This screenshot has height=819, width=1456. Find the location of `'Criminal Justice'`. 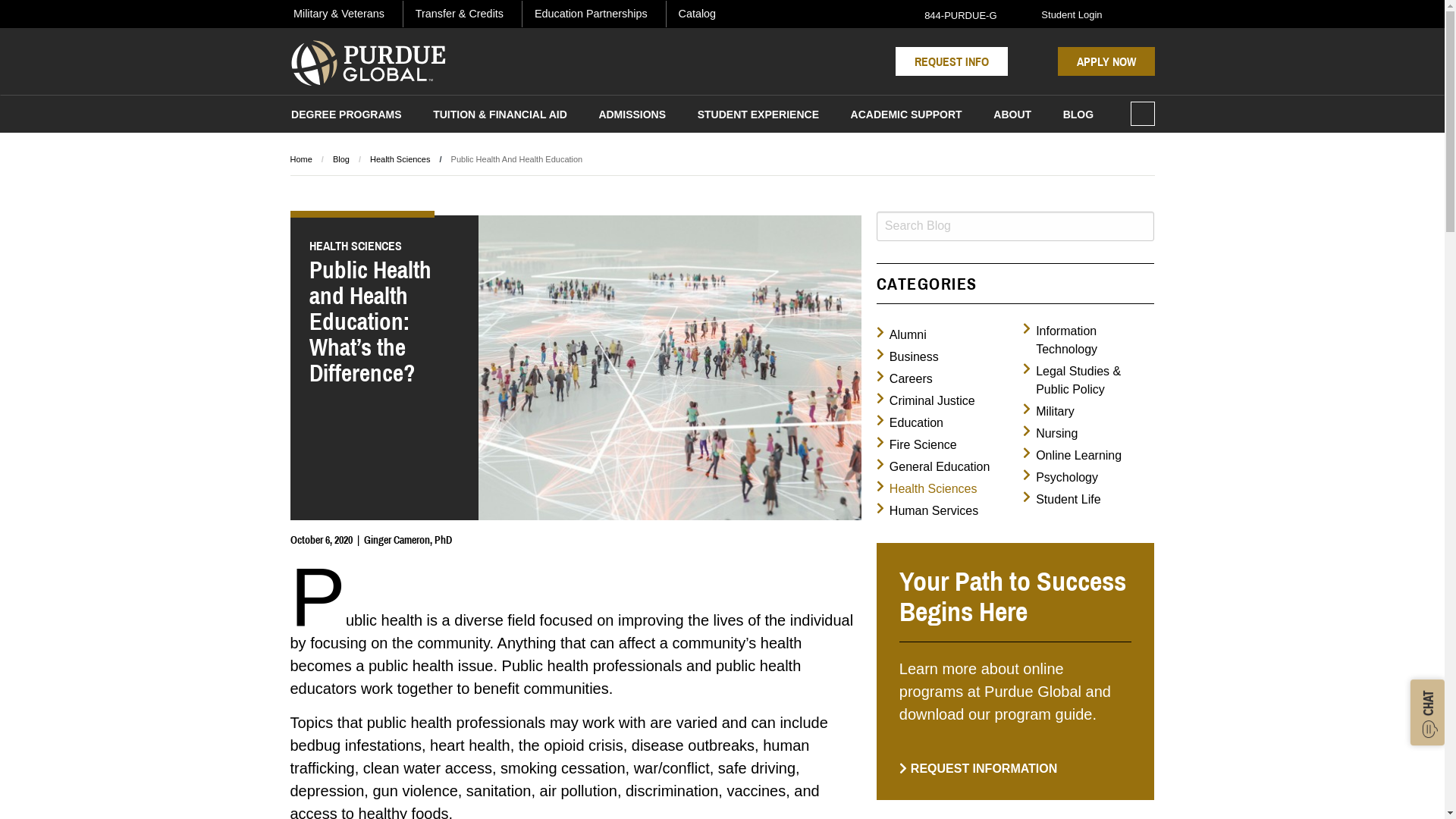

'Criminal Justice' is located at coordinates (924, 400).